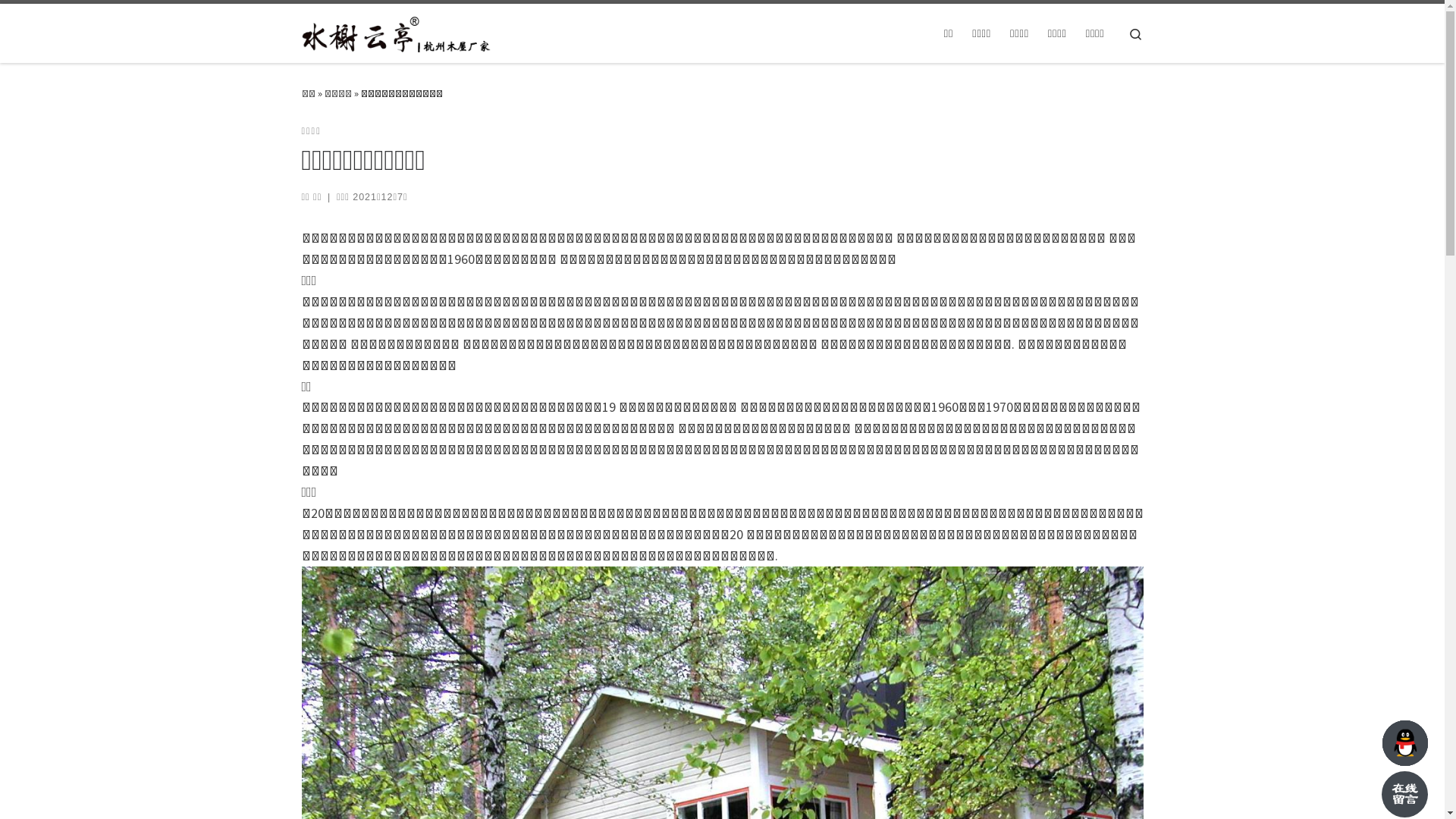  What do you see at coordinates (1135, 33) in the screenshot?
I see `'Search'` at bounding box center [1135, 33].